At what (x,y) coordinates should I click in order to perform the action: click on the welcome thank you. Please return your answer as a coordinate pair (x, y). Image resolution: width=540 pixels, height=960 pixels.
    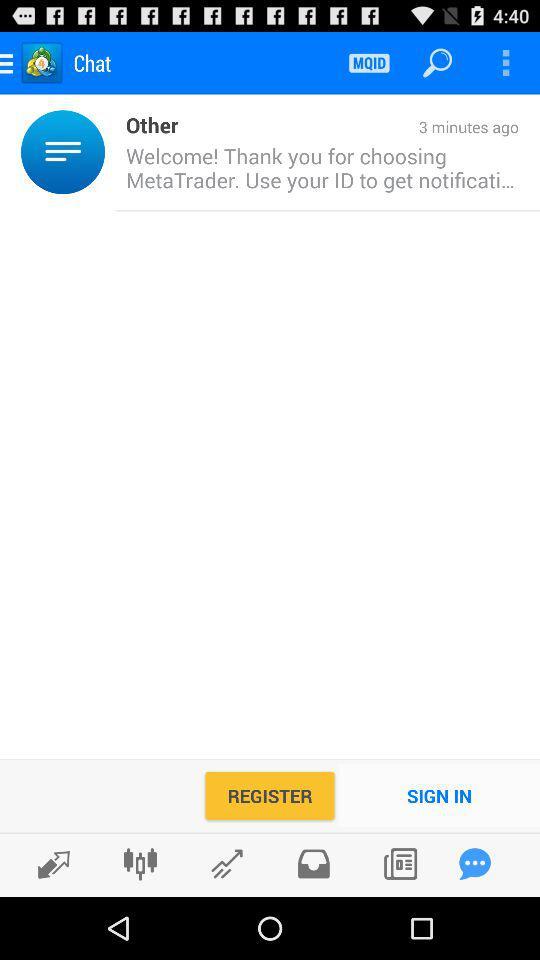
    Looking at the image, I should click on (317, 166).